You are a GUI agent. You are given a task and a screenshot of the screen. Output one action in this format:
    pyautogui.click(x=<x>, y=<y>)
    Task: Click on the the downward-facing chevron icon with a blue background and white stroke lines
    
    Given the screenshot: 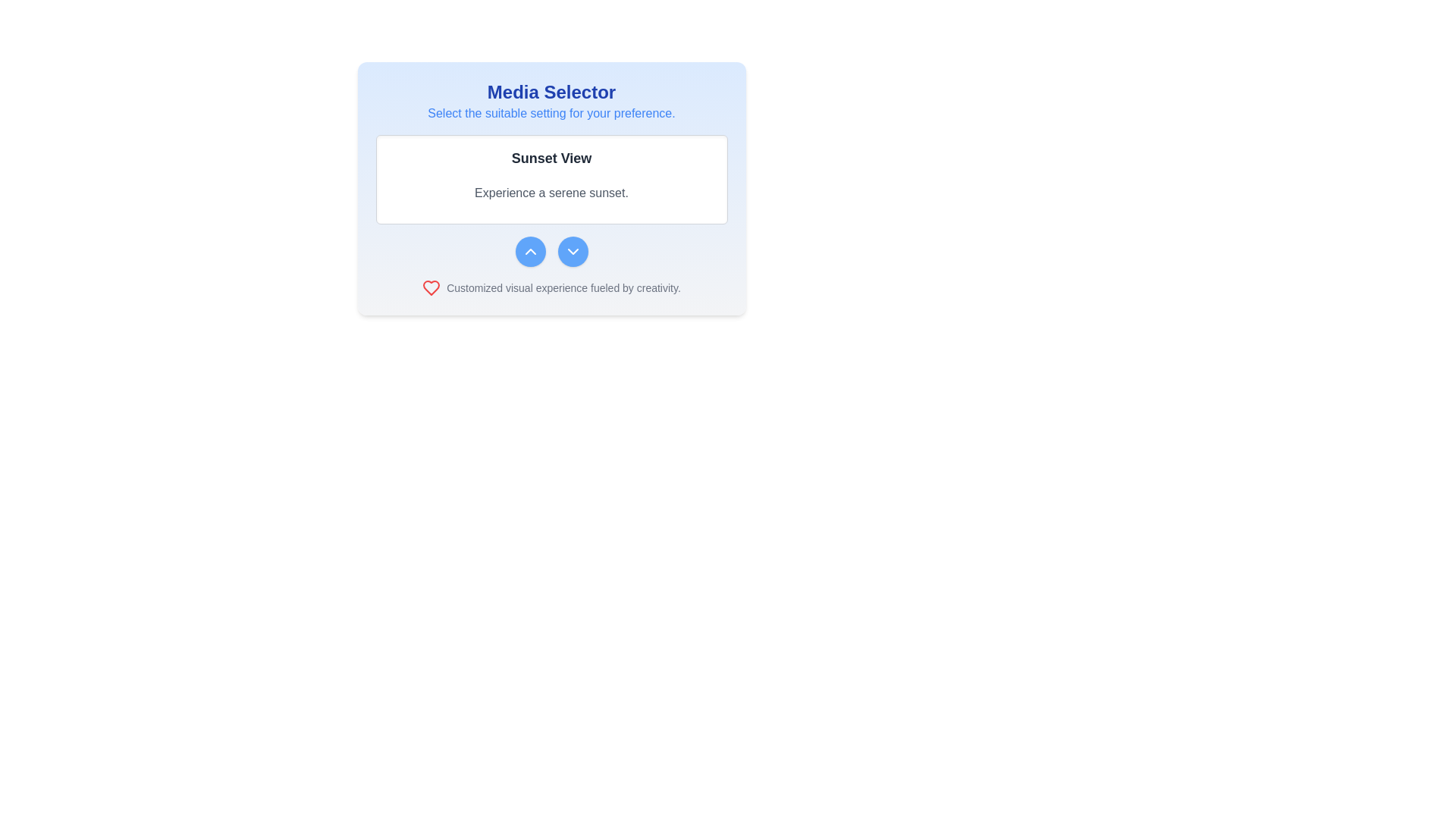 What is the action you would take?
    pyautogui.click(x=572, y=250)
    